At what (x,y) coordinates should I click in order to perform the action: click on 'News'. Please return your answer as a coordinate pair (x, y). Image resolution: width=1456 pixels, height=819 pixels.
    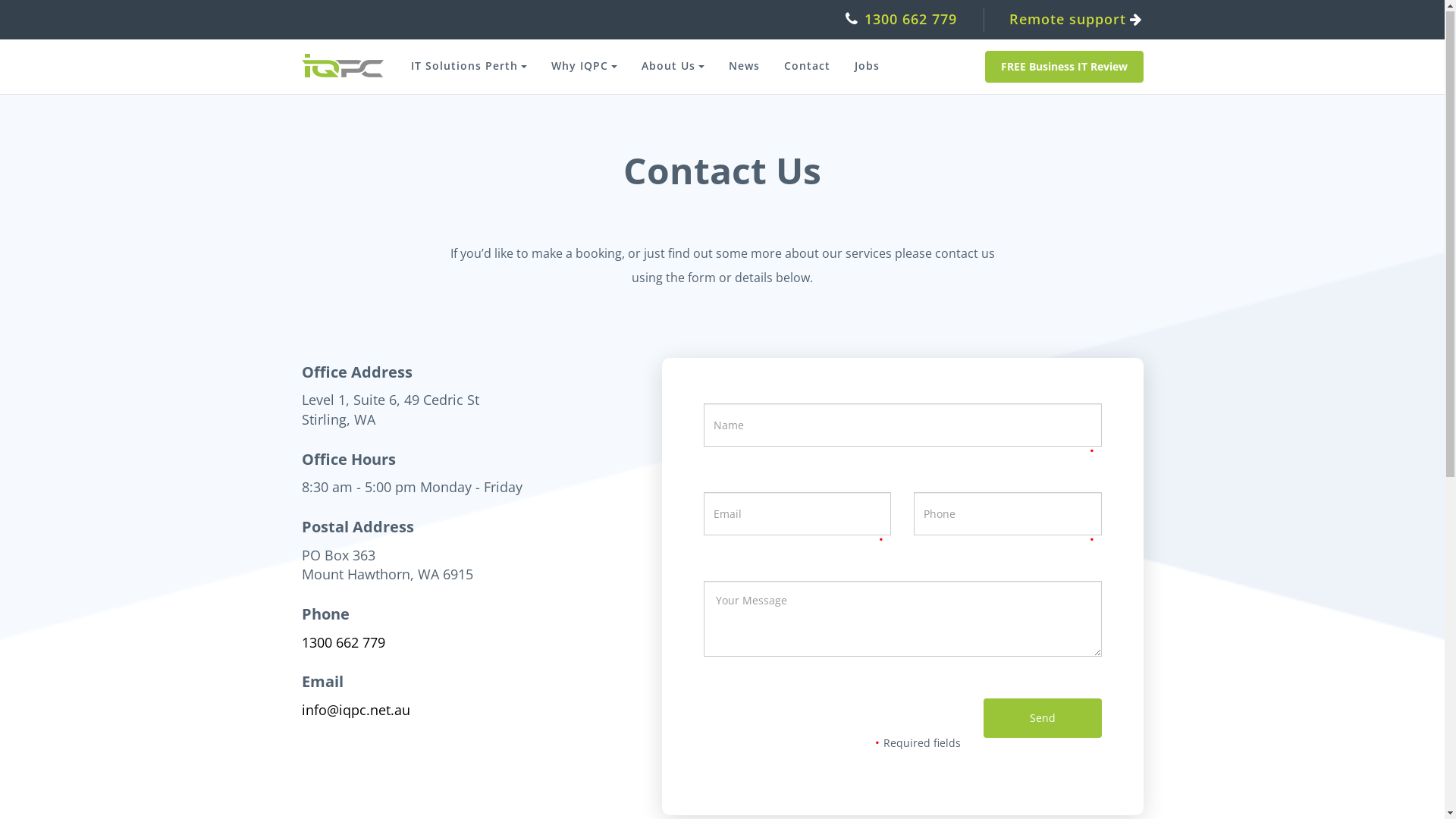
    Looking at the image, I should click on (743, 66).